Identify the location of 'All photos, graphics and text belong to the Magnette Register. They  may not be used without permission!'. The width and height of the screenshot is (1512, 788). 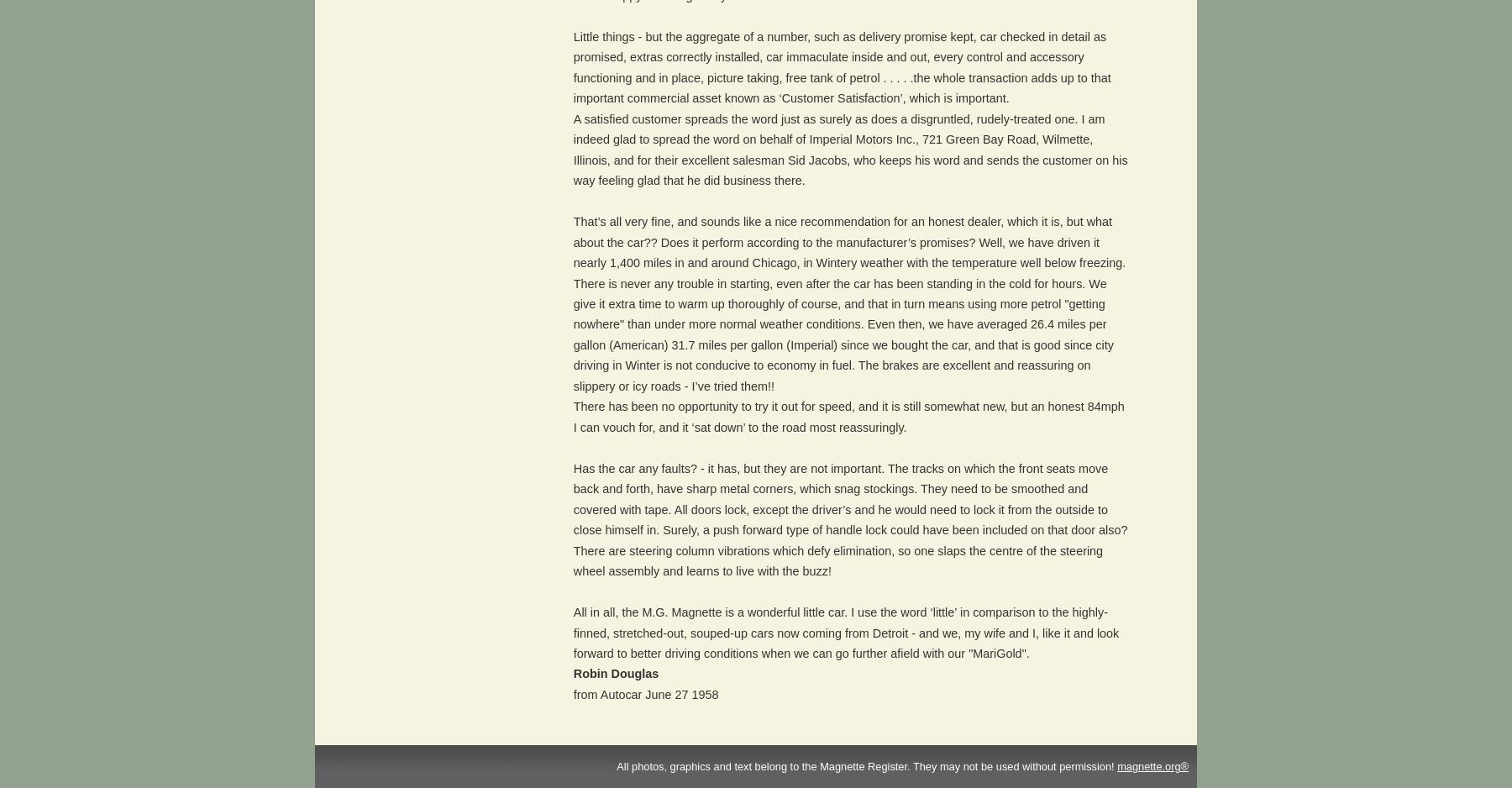
(866, 765).